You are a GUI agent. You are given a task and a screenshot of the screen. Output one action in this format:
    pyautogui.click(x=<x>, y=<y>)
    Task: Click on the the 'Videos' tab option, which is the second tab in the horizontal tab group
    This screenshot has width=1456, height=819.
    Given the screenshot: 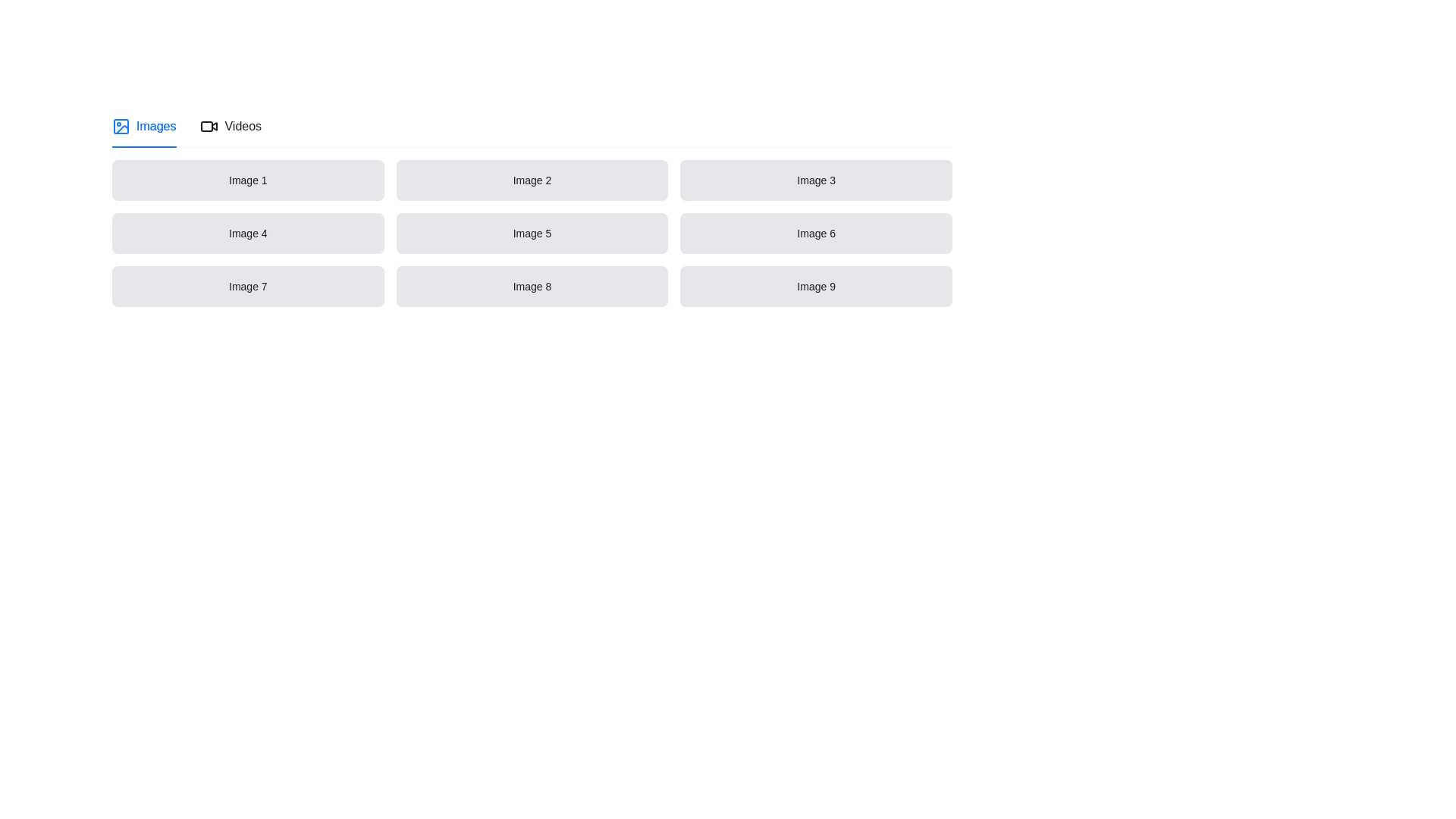 What is the action you would take?
    pyautogui.click(x=229, y=124)
    